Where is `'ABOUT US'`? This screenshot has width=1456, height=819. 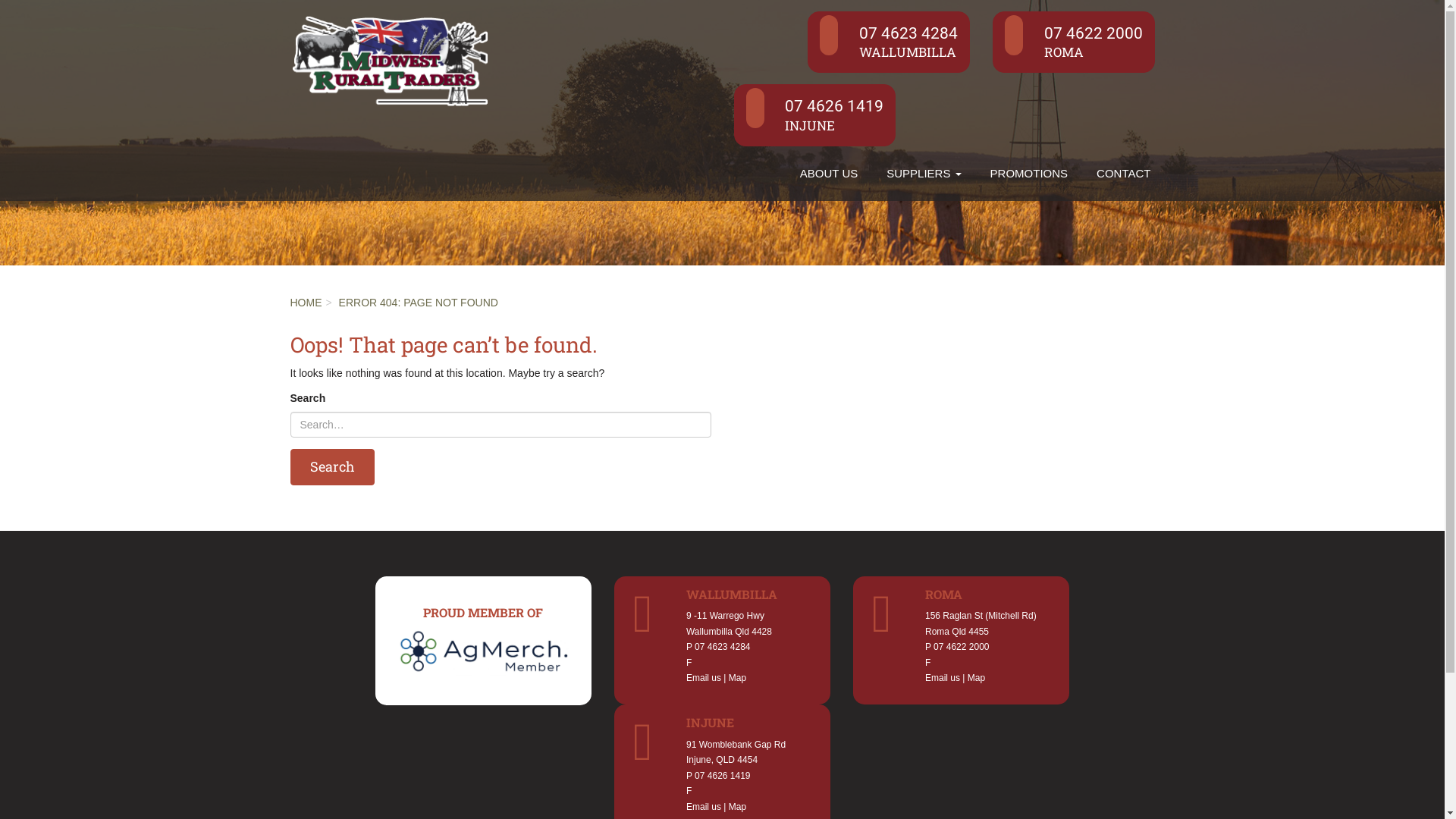
'ABOUT US' is located at coordinates (786, 172).